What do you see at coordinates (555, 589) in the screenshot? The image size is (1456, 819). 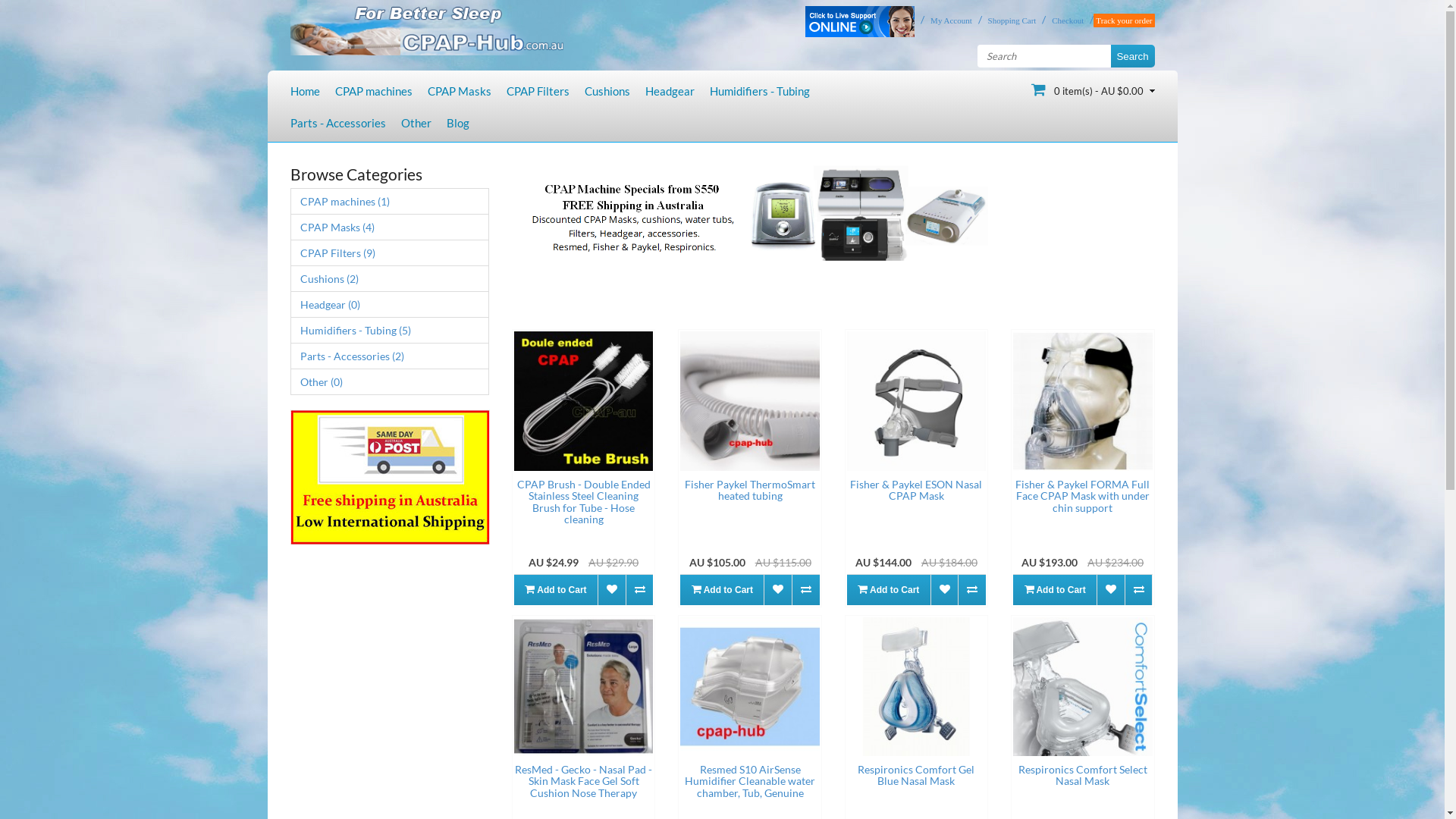 I see `'Add to Cart'` at bounding box center [555, 589].